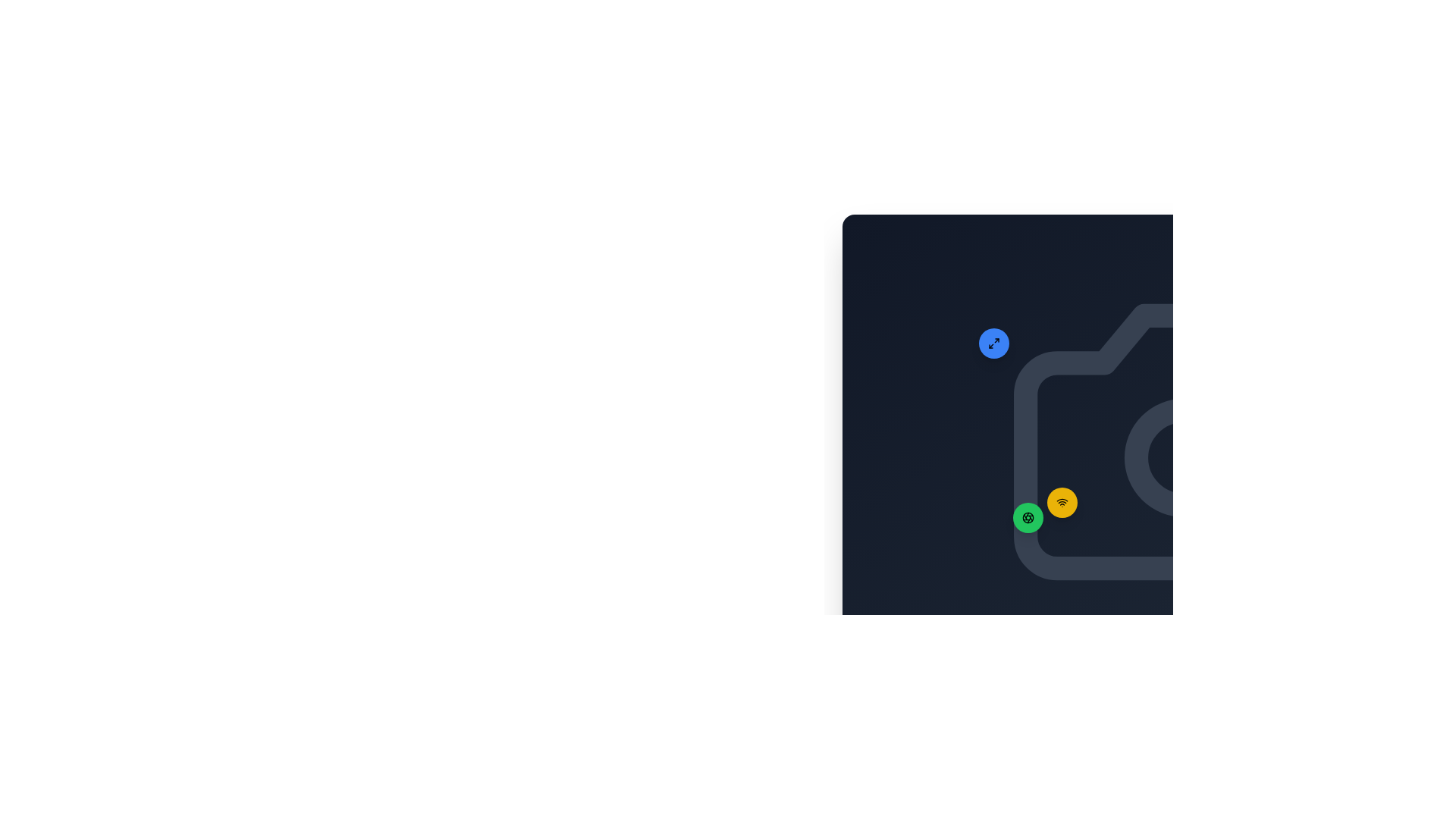  Describe the element at coordinates (1028, 516) in the screenshot. I see `the button located near the bottom-left region of a dark interface layout, above the middle relative to its containing group of elements, adjacent to a yellow circular button with a WiFi icon` at that location.